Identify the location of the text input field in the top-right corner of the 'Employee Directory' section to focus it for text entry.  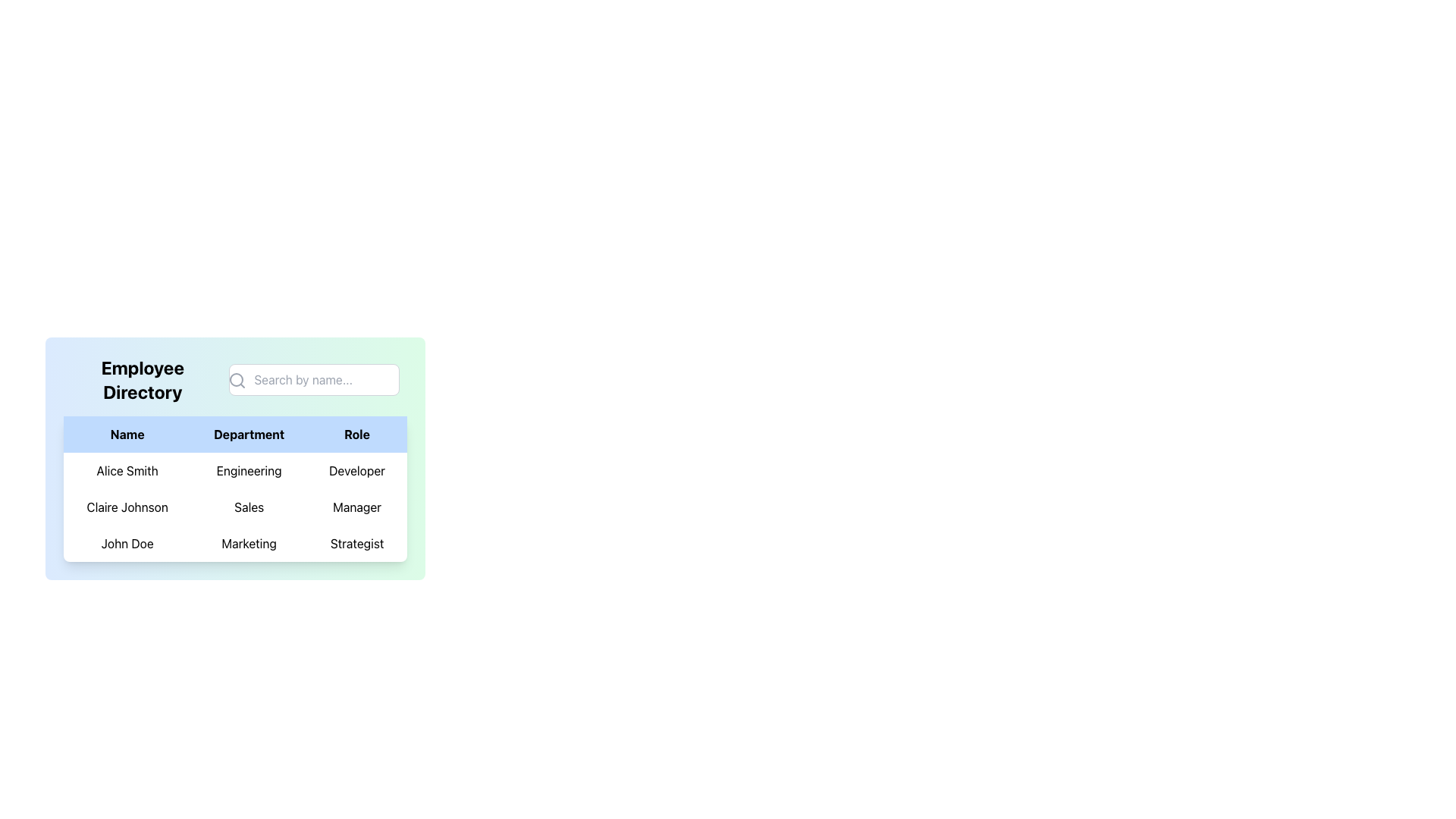
(313, 379).